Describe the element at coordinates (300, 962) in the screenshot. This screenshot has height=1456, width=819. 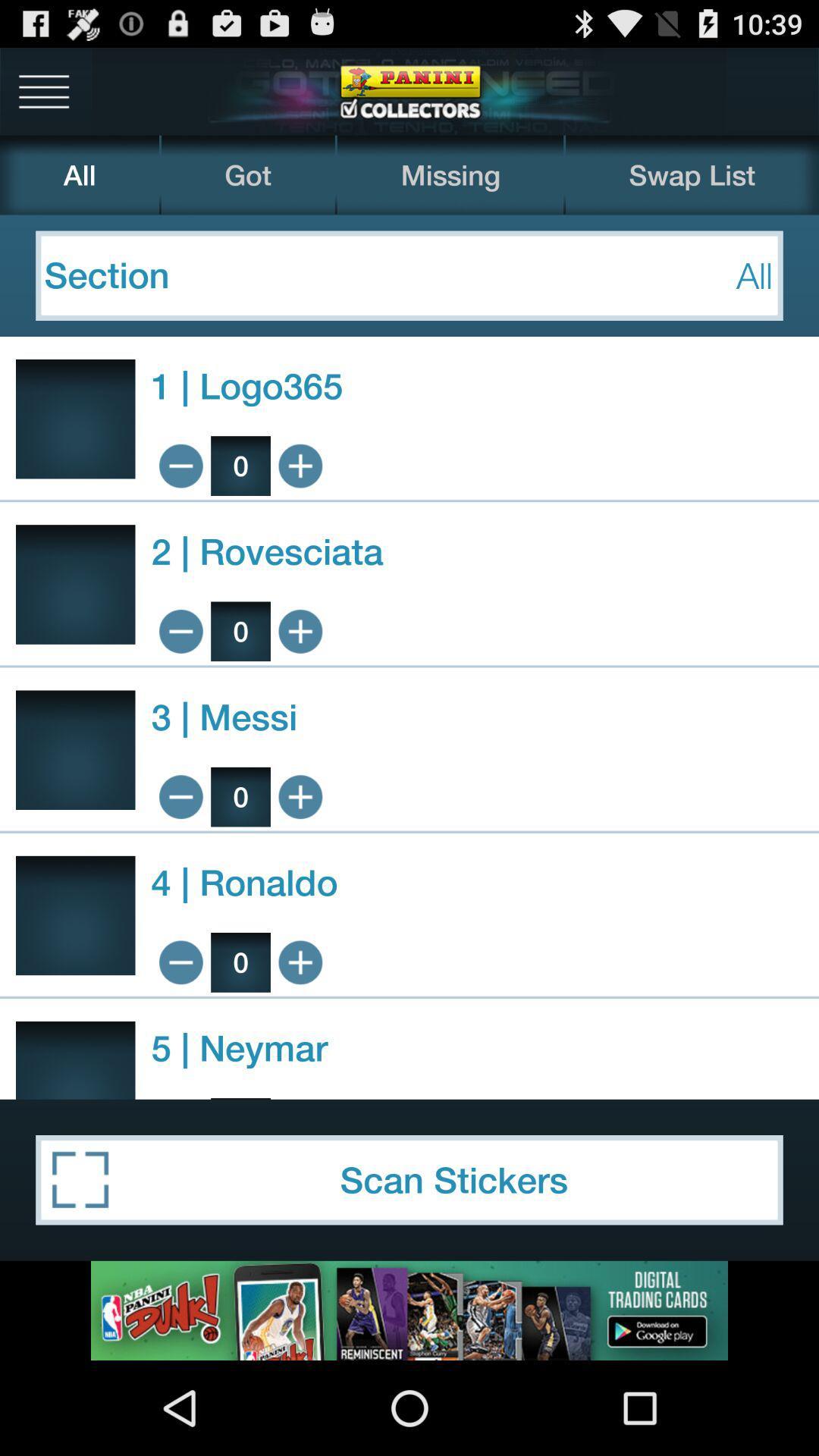
I see `increase number` at that location.